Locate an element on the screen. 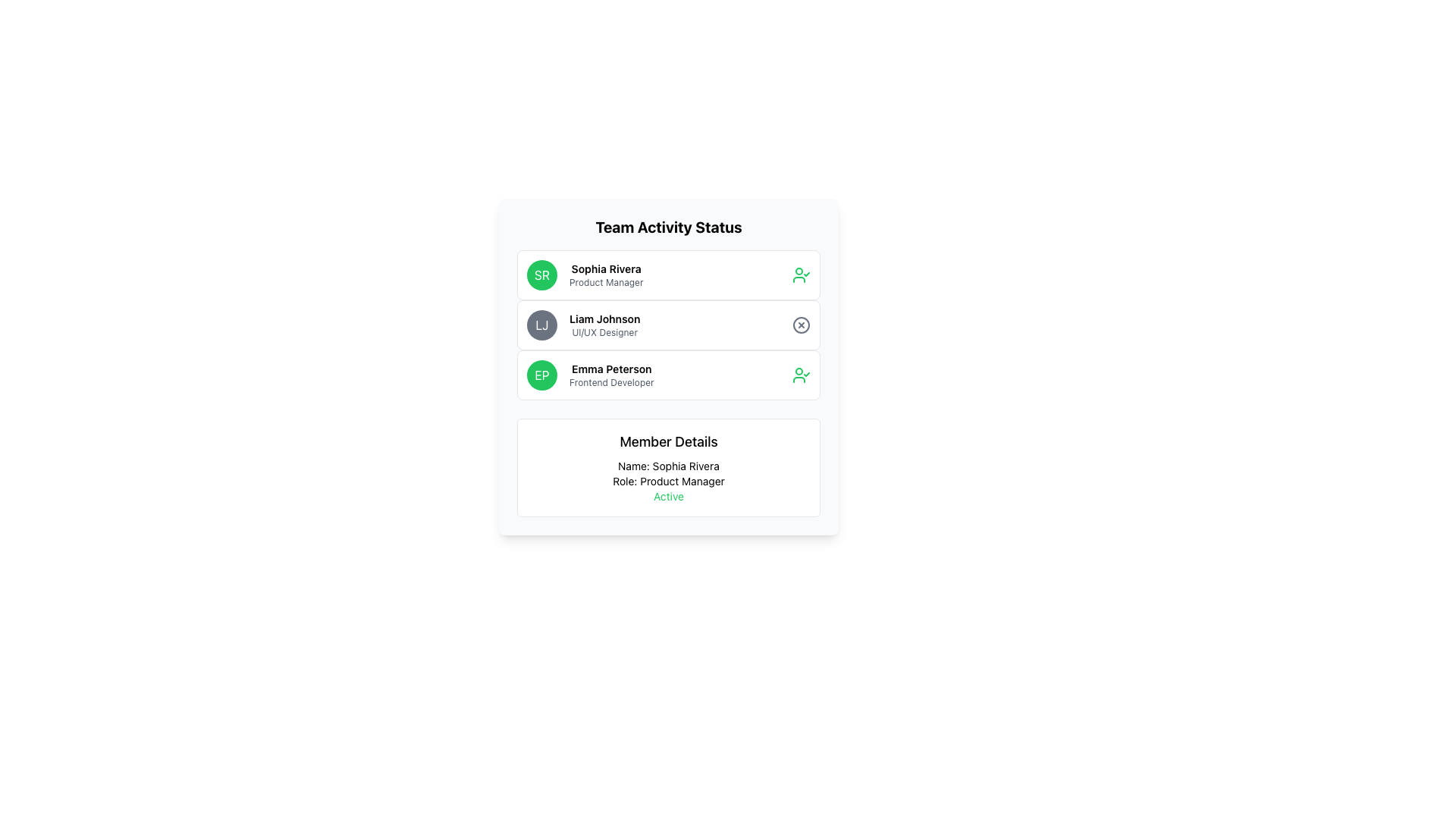 The height and width of the screenshot is (819, 1456). the Avatar or profile badge element featuring the initials 'LJ' in white, bold text on a light gray background to interact or view more details about the user is located at coordinates (542, 324).